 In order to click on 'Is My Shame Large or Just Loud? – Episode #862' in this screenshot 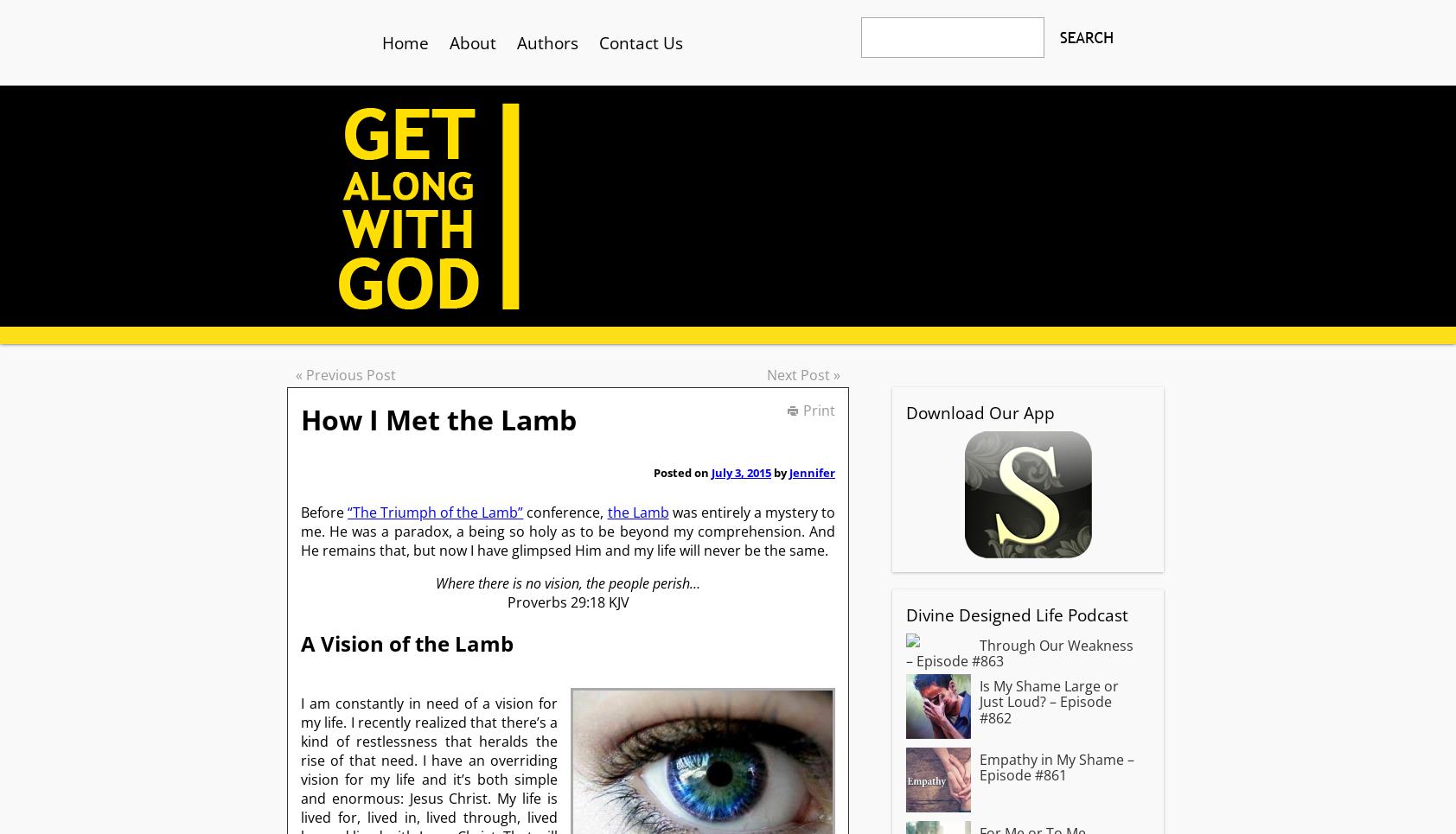, I will do `click(1049, 701)`.